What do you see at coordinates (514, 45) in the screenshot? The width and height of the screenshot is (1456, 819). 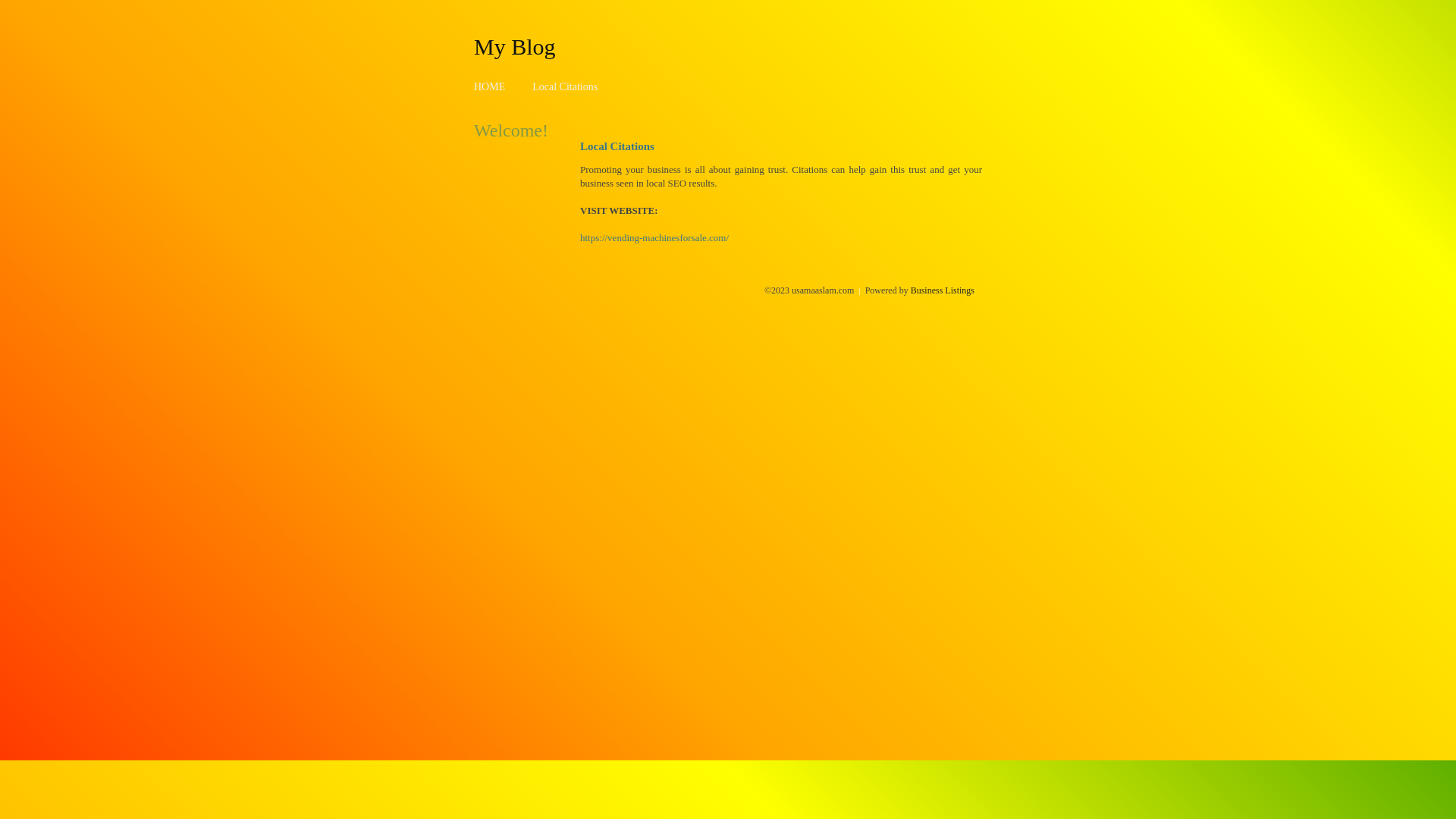 I see `'My Blog'` at bounding box center [514, 45].